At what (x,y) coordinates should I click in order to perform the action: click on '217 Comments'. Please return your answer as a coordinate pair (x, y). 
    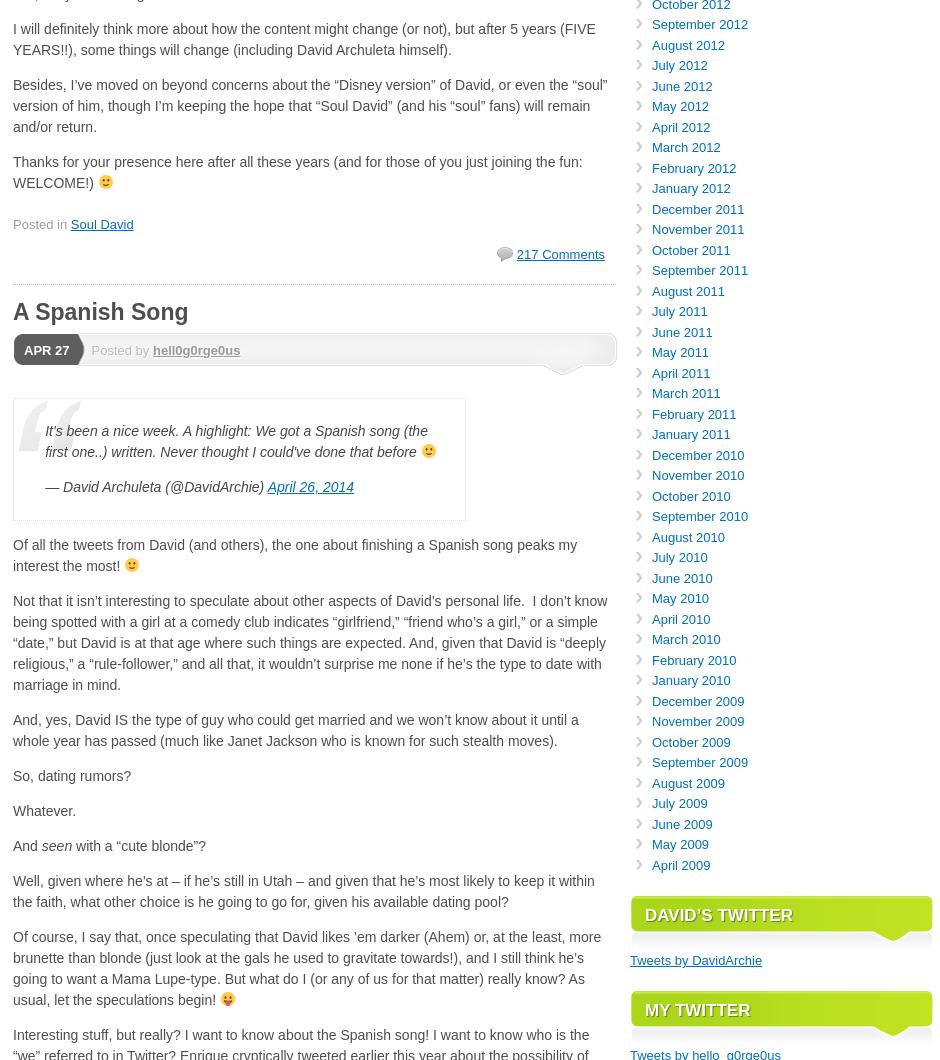
    Looking at the image, I should click on (560, 252).